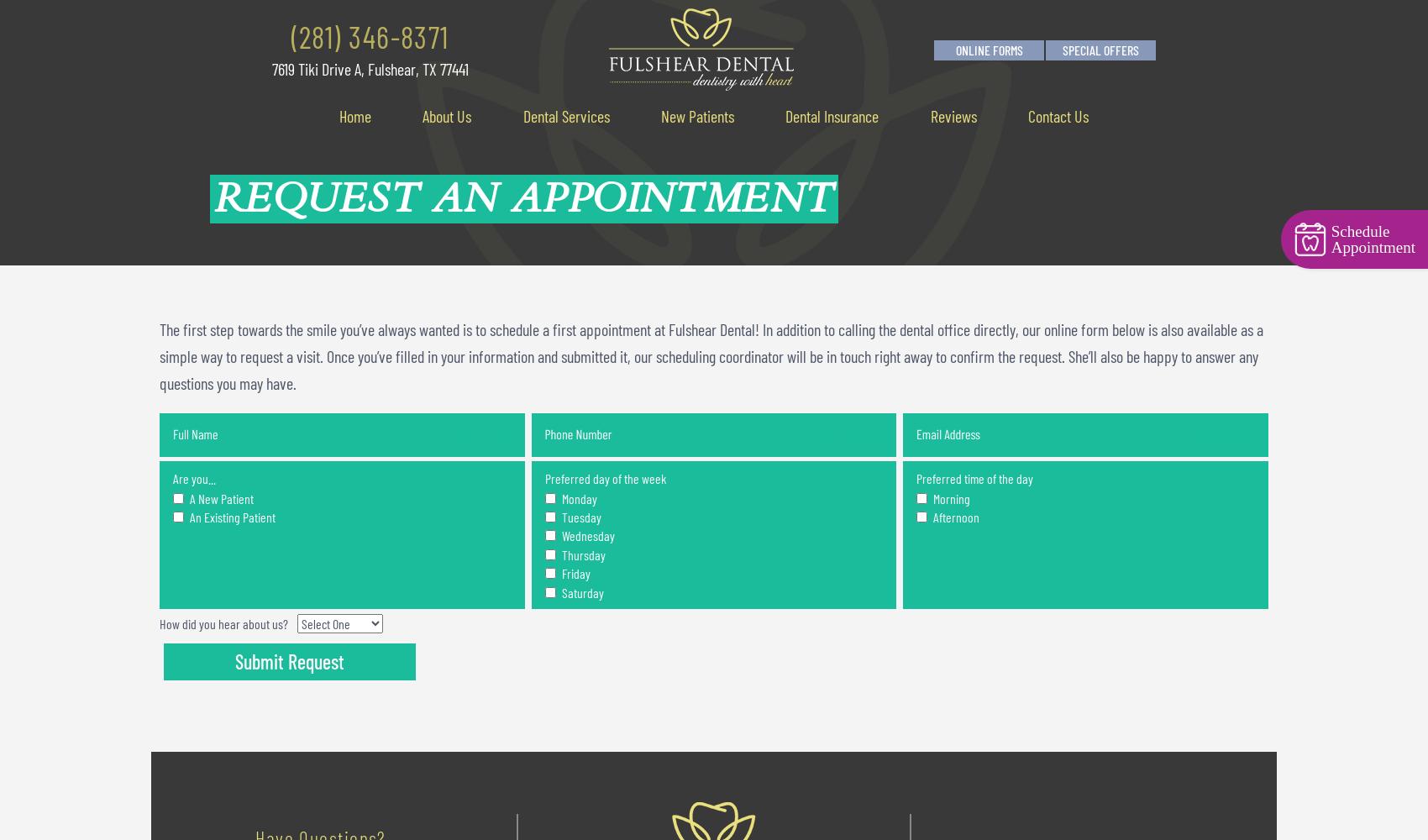 The width and height of the screenshot is (1428, 840). I want to click on 'How did you hear about us?', so click(223, 622).